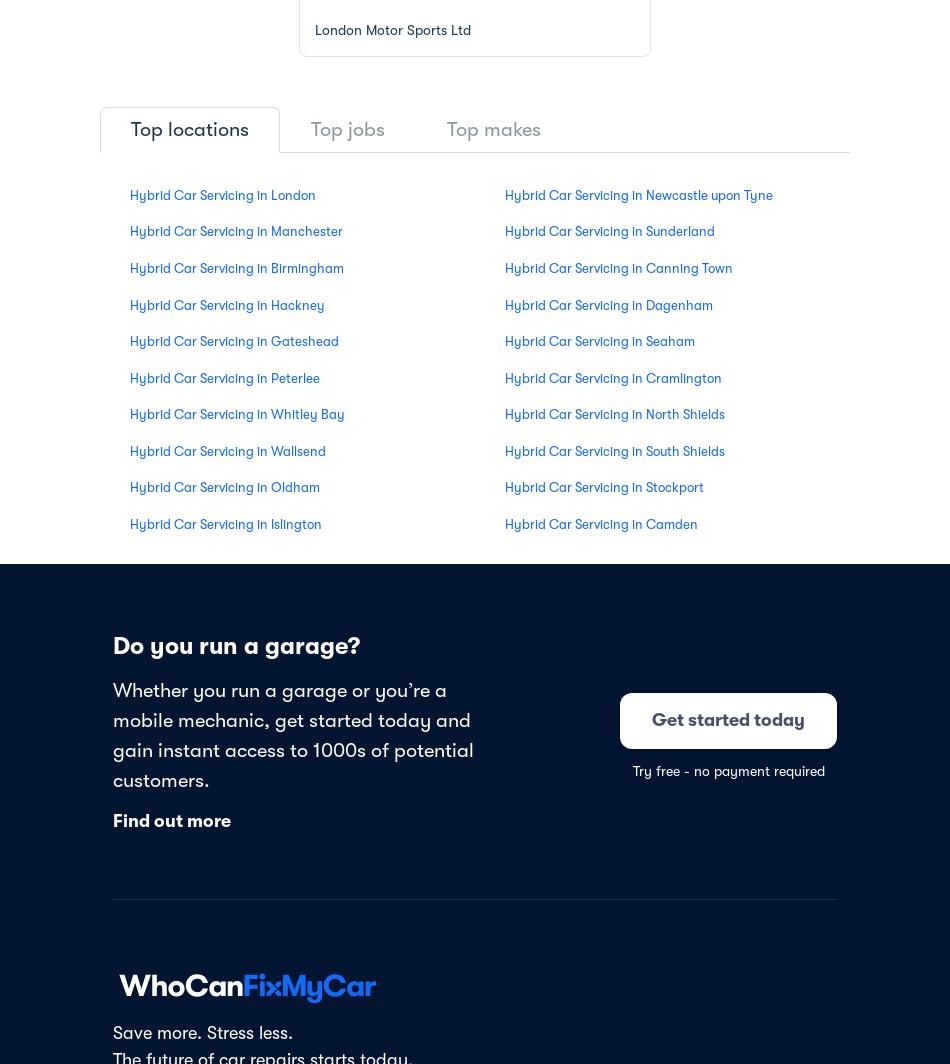 The width and height of the screenshot is (950, 1064). Describe the element at coordinates (203, 1031) in the screenshot. I see `'Save more. Stress less.'` at that location.